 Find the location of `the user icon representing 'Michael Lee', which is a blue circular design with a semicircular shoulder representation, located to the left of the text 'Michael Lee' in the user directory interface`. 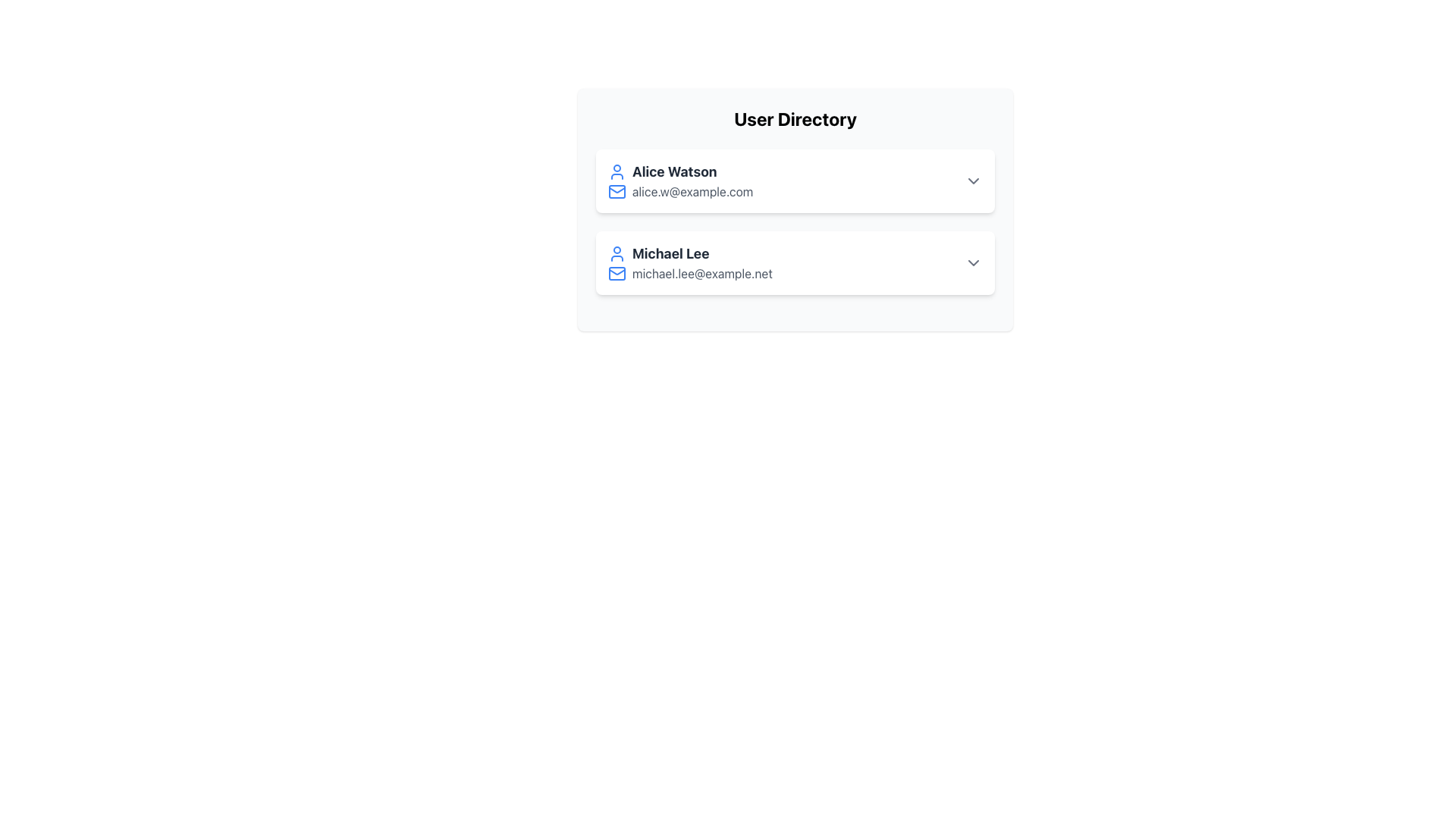

the user icon representing 'Michael Lee', which is a blue circular design with a semicircular shoulder representation, located to the left of the text 'Michael Lee' in the user directory interface is located at coordinates (617, 253).